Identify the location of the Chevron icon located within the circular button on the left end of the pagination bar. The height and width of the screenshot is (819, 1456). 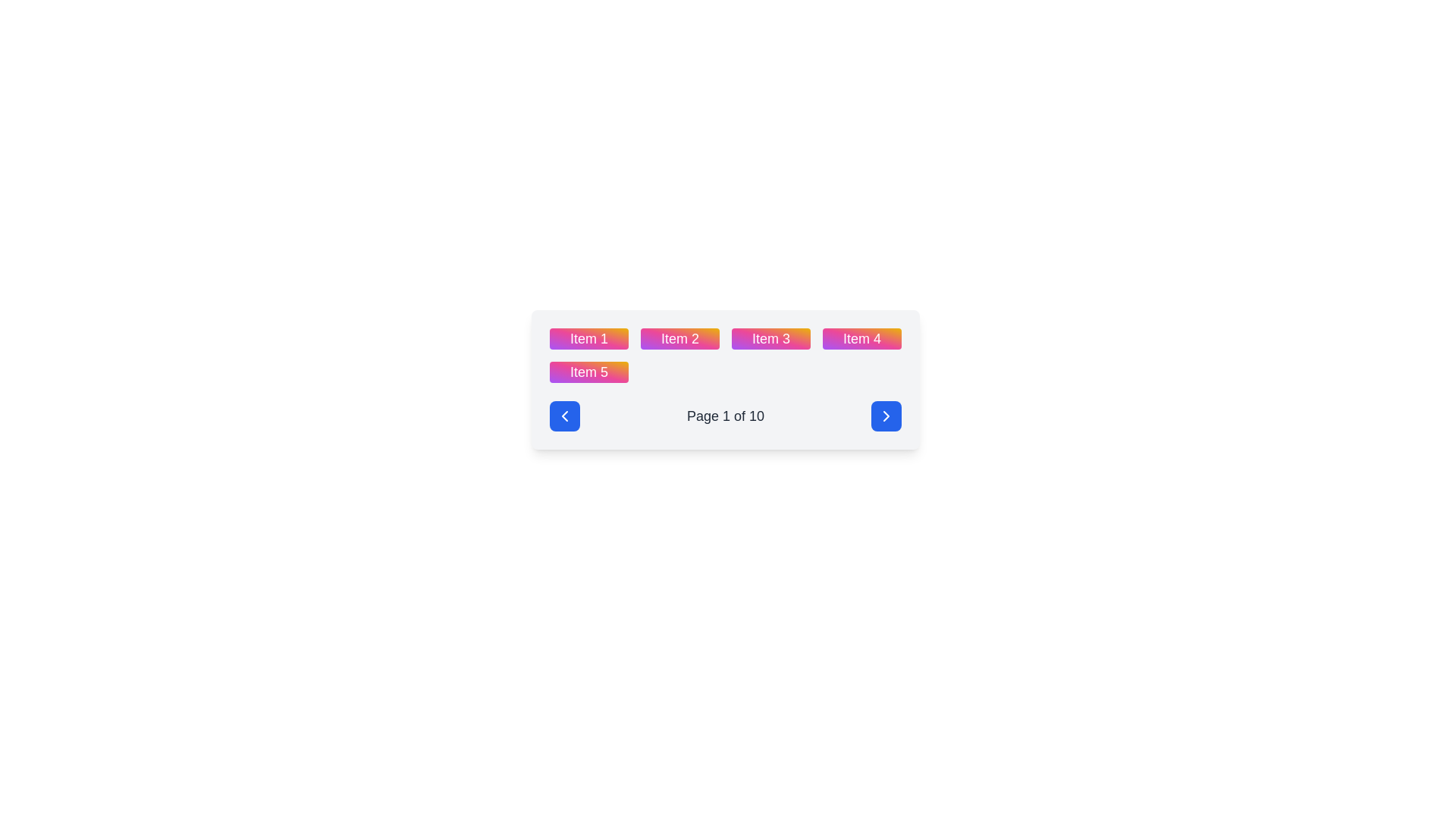
(563, 416).